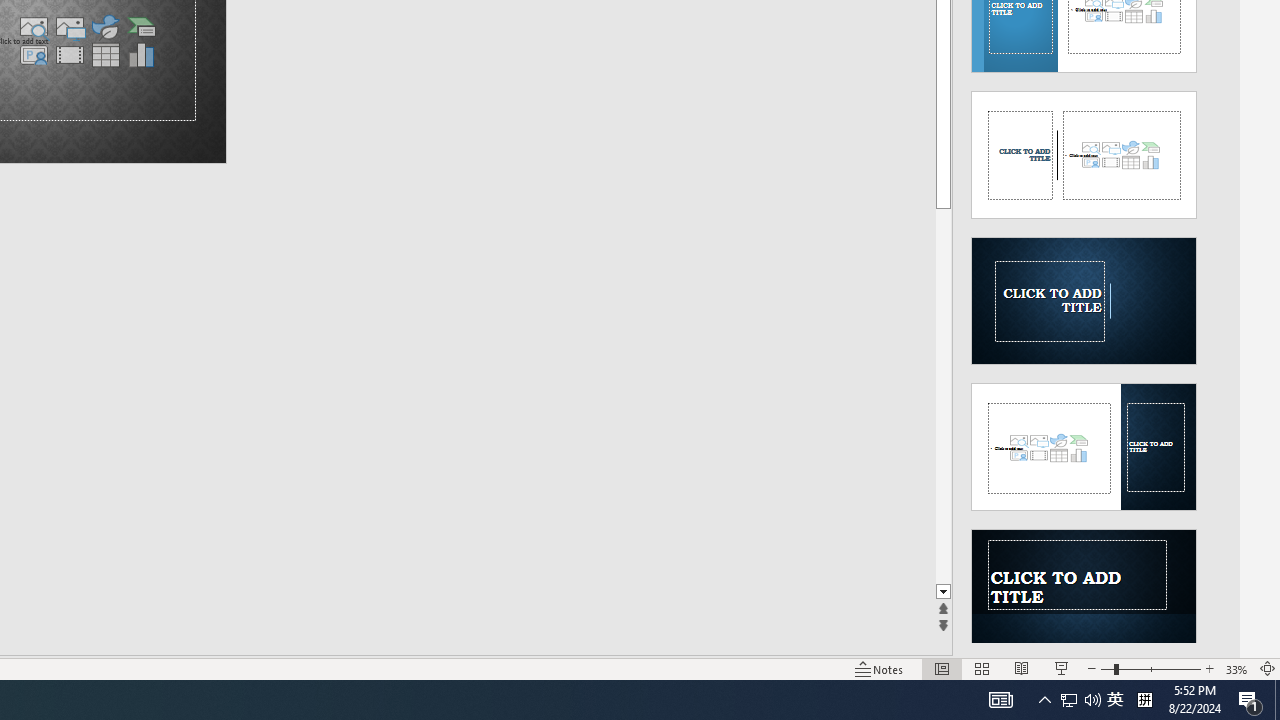 The height and width of the screenshot is (720, 1280). Describe the element at coordinates (140, 27) in the screenshot. I see `'Insert a SmartArt Graphic'` at that location.